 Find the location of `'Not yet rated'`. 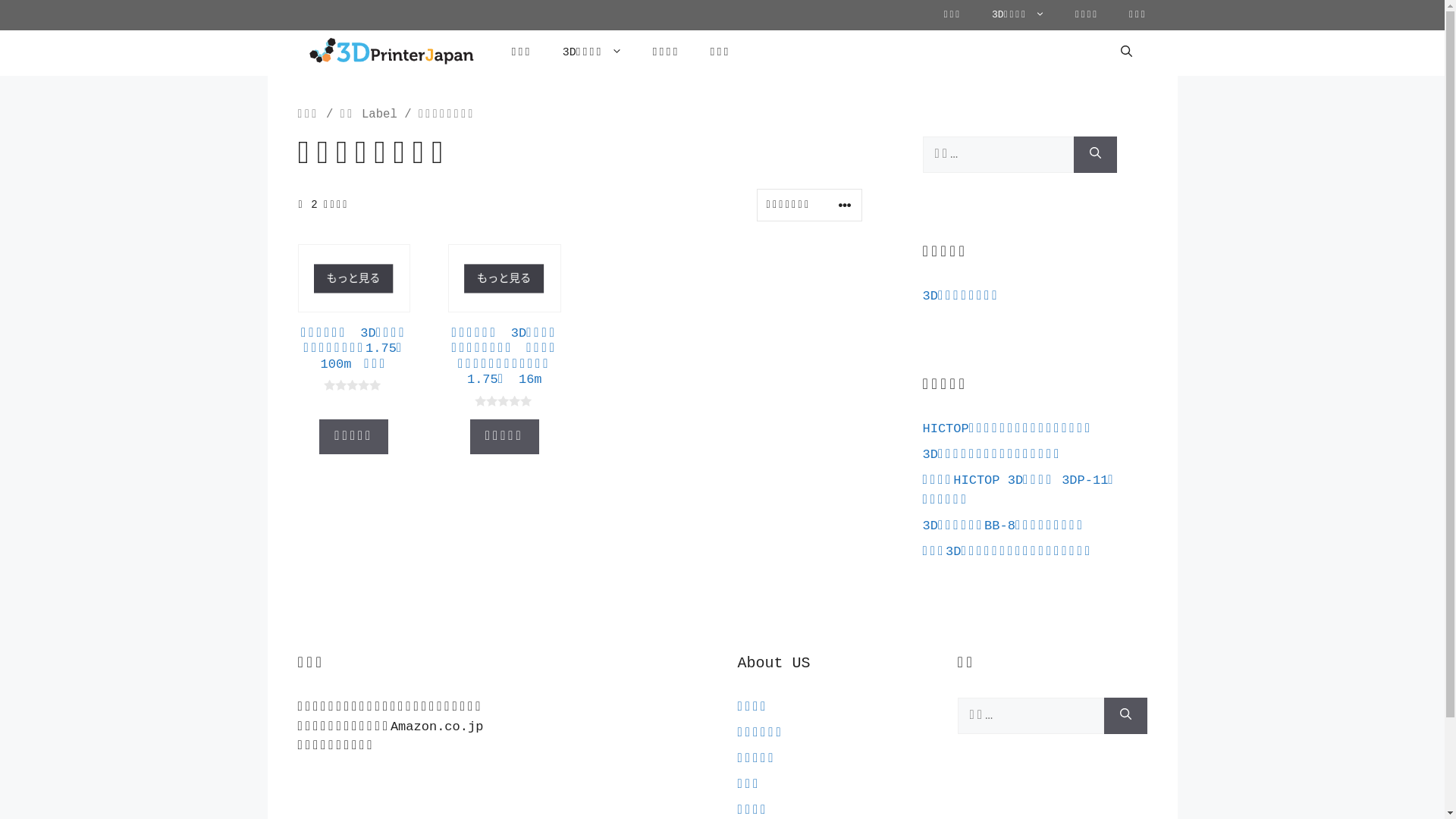

'Not yet rated' is located at coordinates (353, 384).